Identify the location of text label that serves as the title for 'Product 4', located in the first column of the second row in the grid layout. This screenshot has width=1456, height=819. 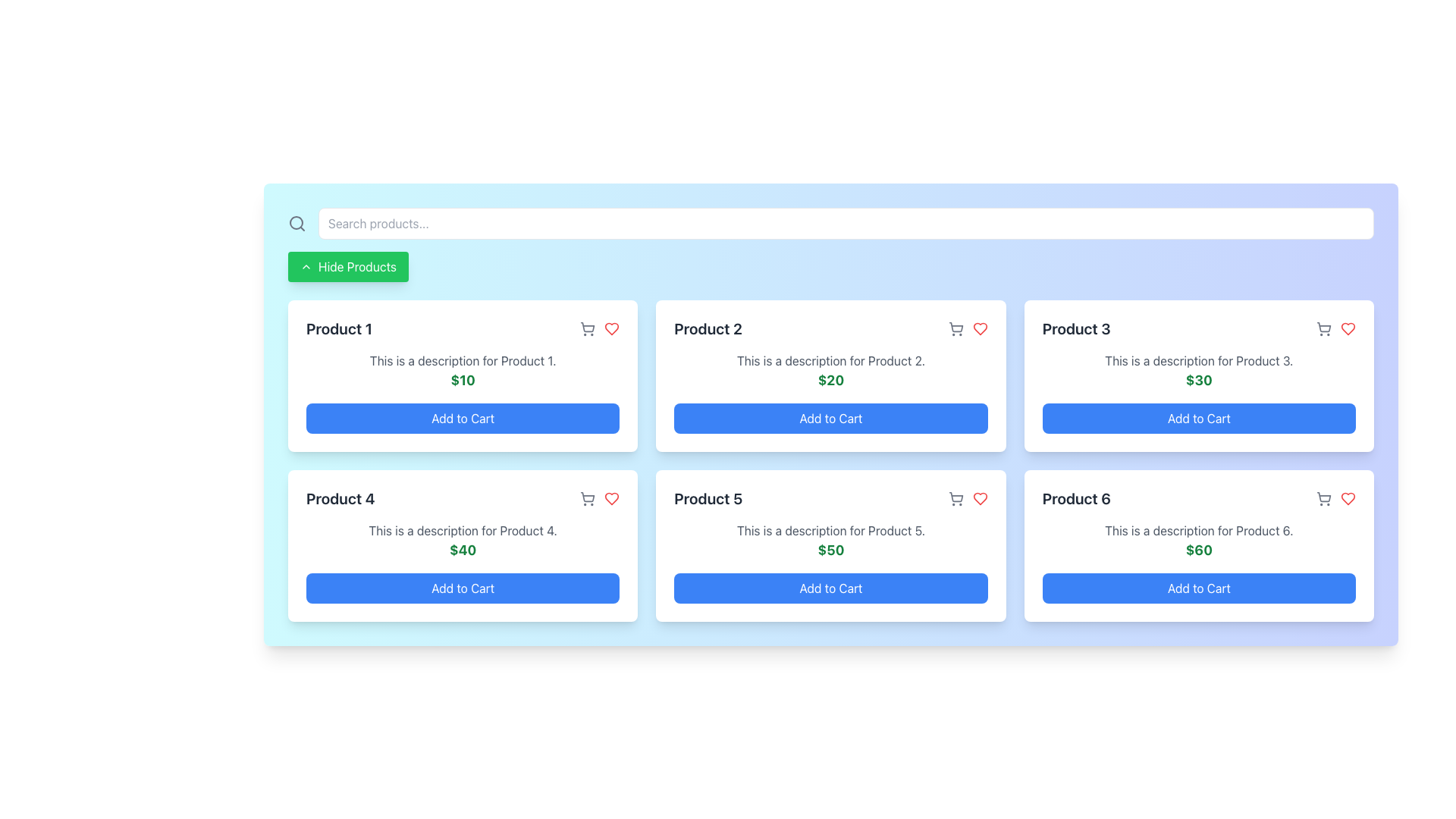
(340, 499).